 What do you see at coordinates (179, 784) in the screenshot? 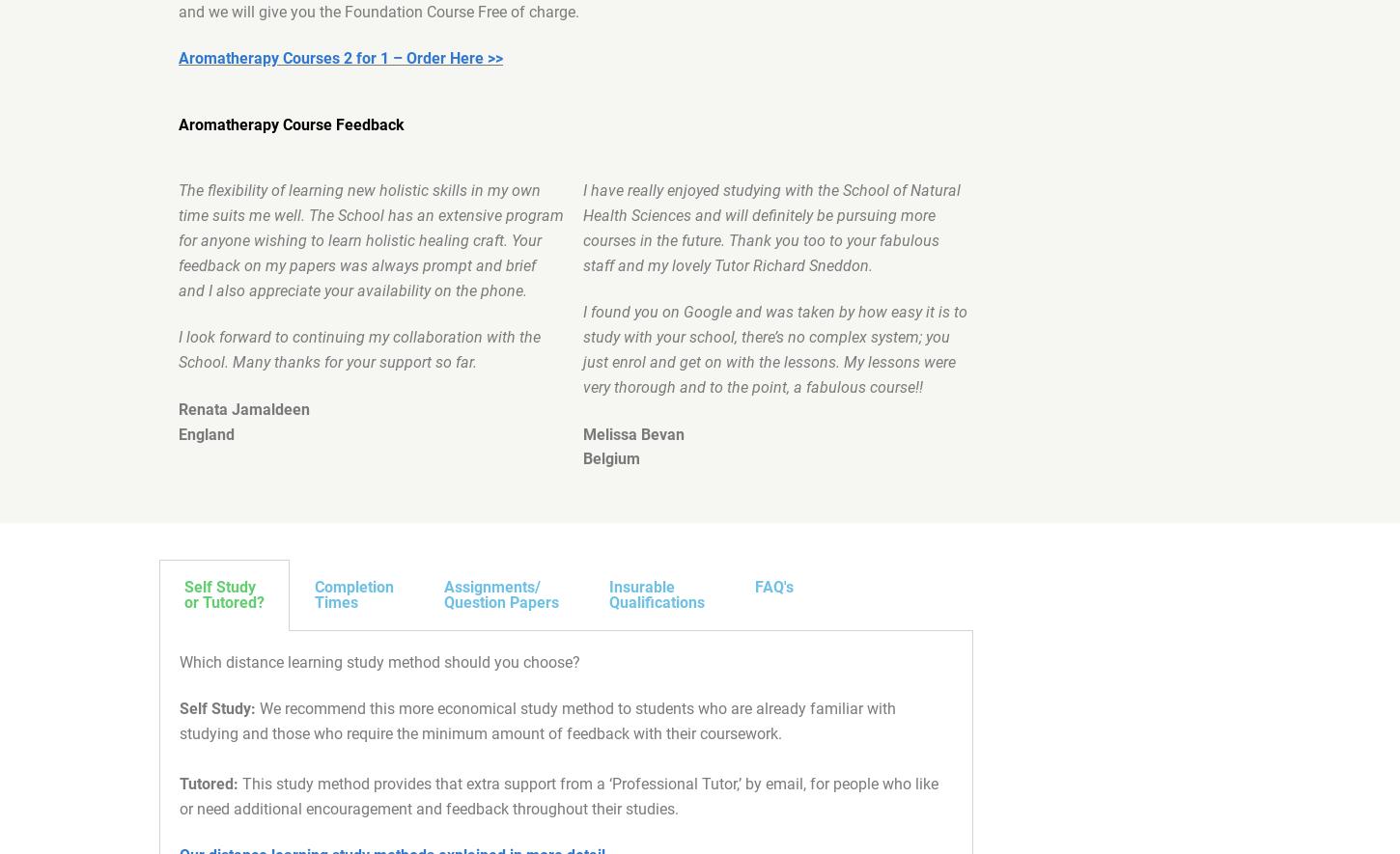
I see `'Tutored:'` at bounding box center [179, 784].